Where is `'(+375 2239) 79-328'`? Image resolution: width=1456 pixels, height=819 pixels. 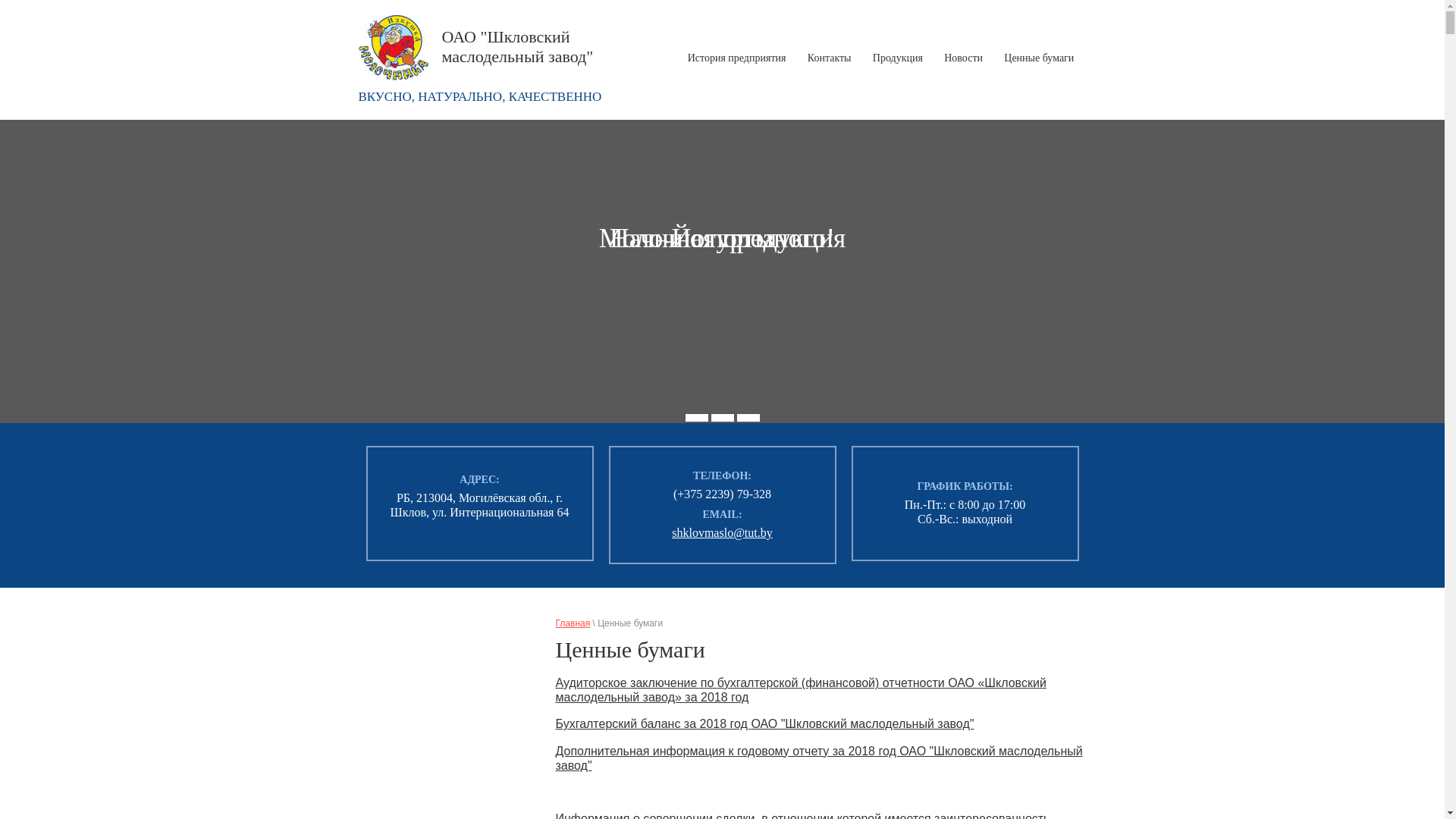
'(+375 2239) 79-328' is located at coordinates (673, 494).